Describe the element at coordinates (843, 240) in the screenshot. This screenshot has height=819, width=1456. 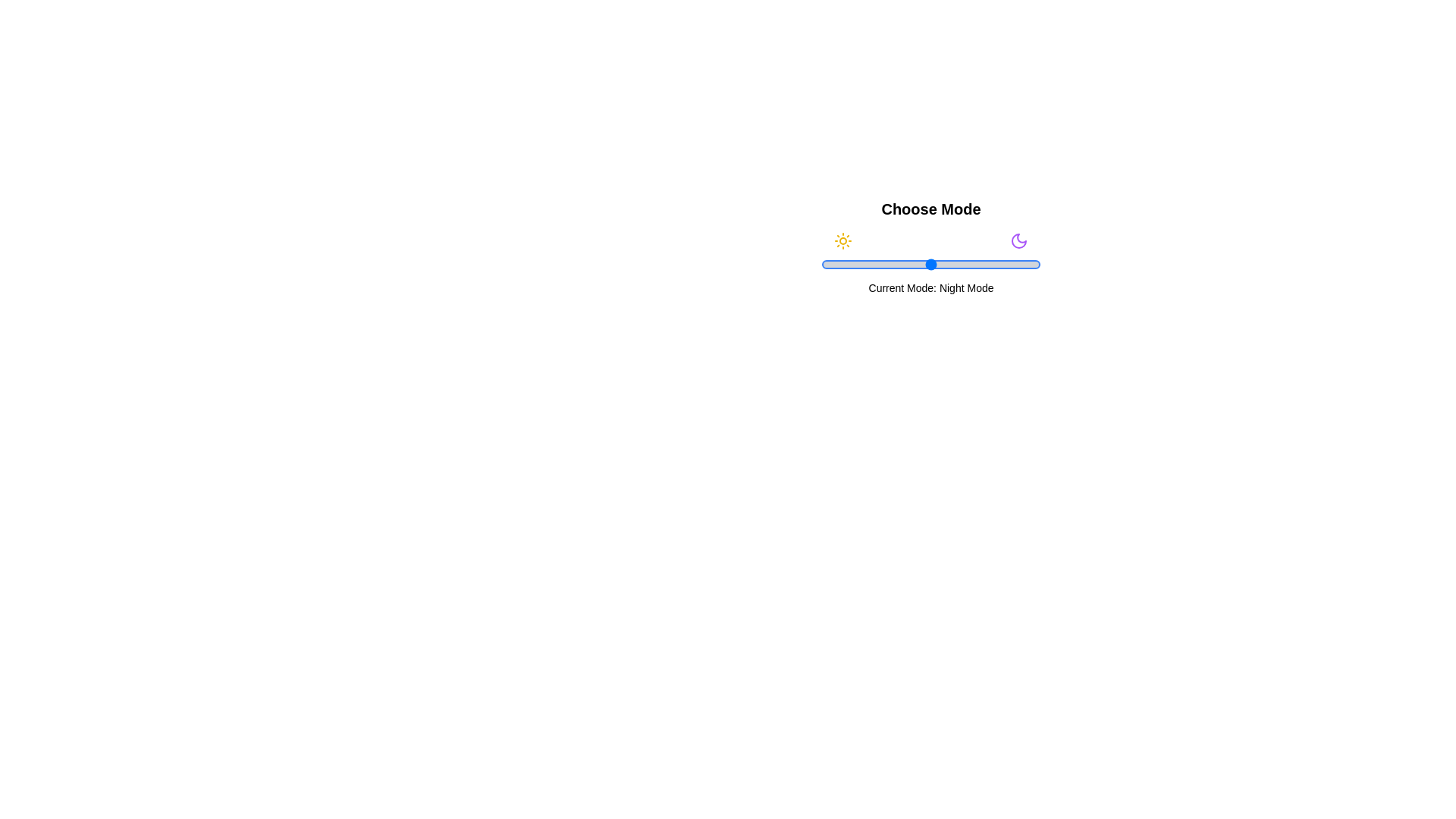
I see `the sun icon to switch to Day Mode` at that location.